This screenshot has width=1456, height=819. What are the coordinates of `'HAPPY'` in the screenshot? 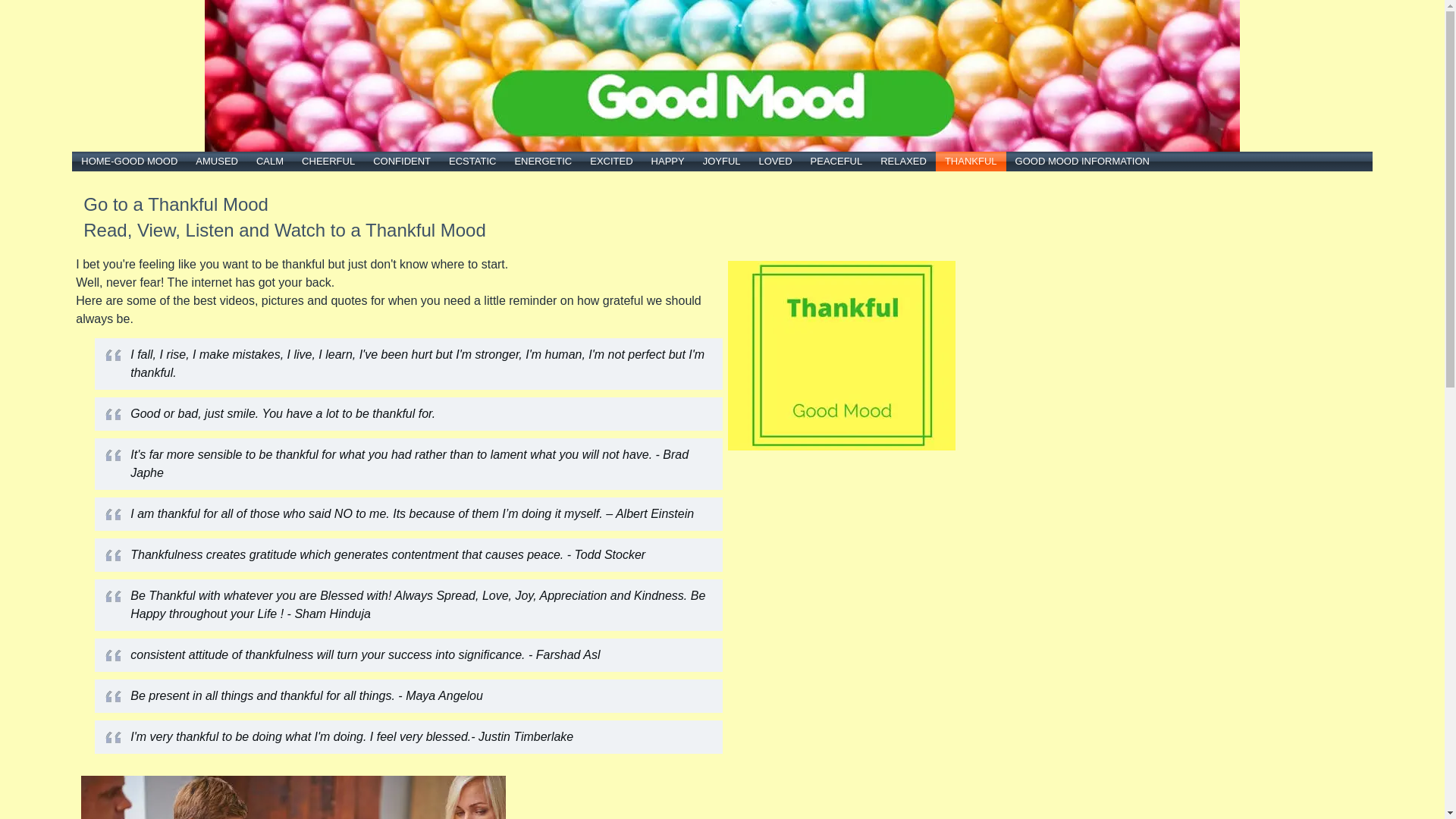 It's located at (667, 161).